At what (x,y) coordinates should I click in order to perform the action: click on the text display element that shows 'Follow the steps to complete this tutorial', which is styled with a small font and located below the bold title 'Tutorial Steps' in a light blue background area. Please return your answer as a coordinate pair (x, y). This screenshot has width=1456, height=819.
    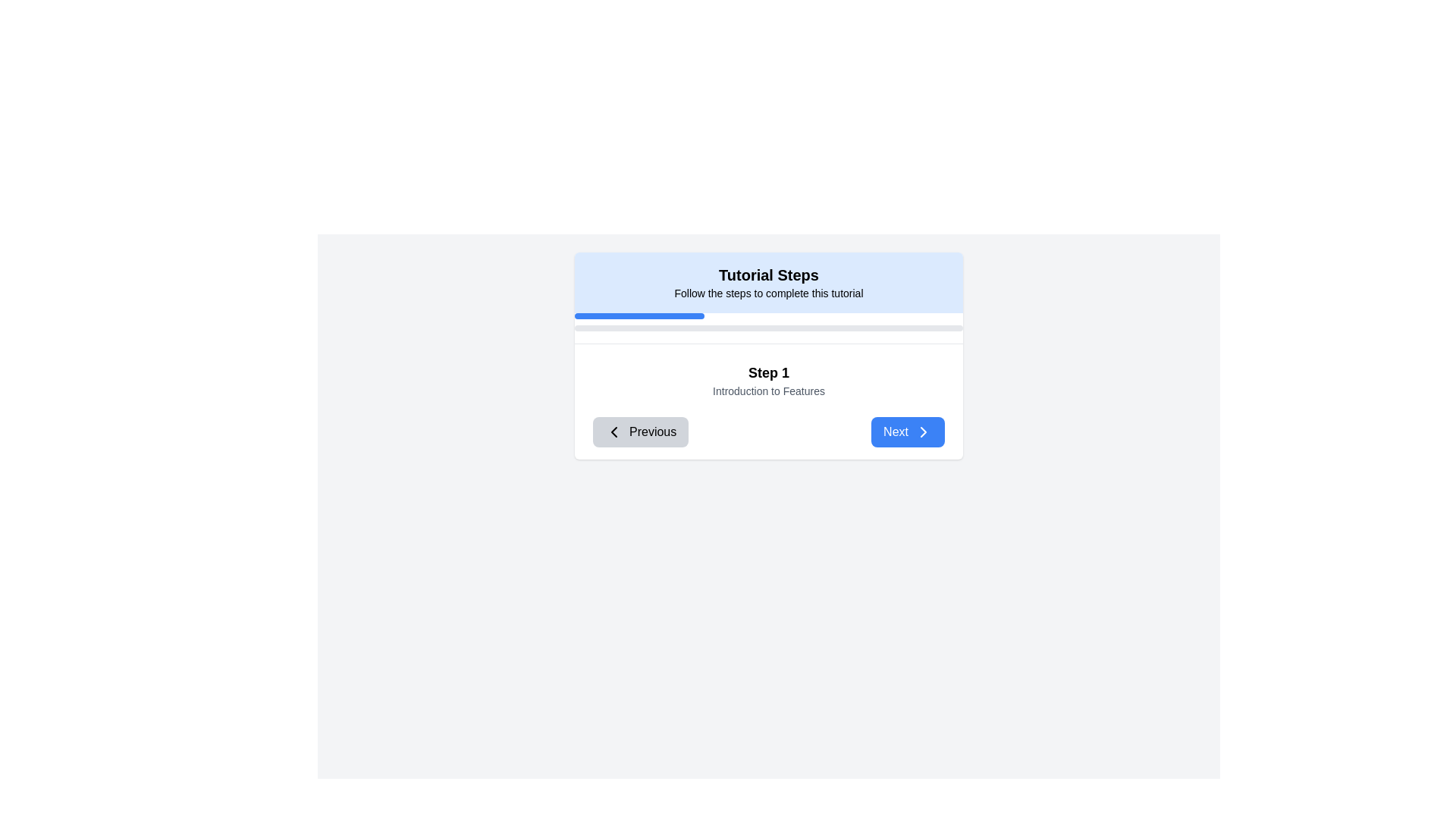
    Looking at the image, I should click on (768, 293).